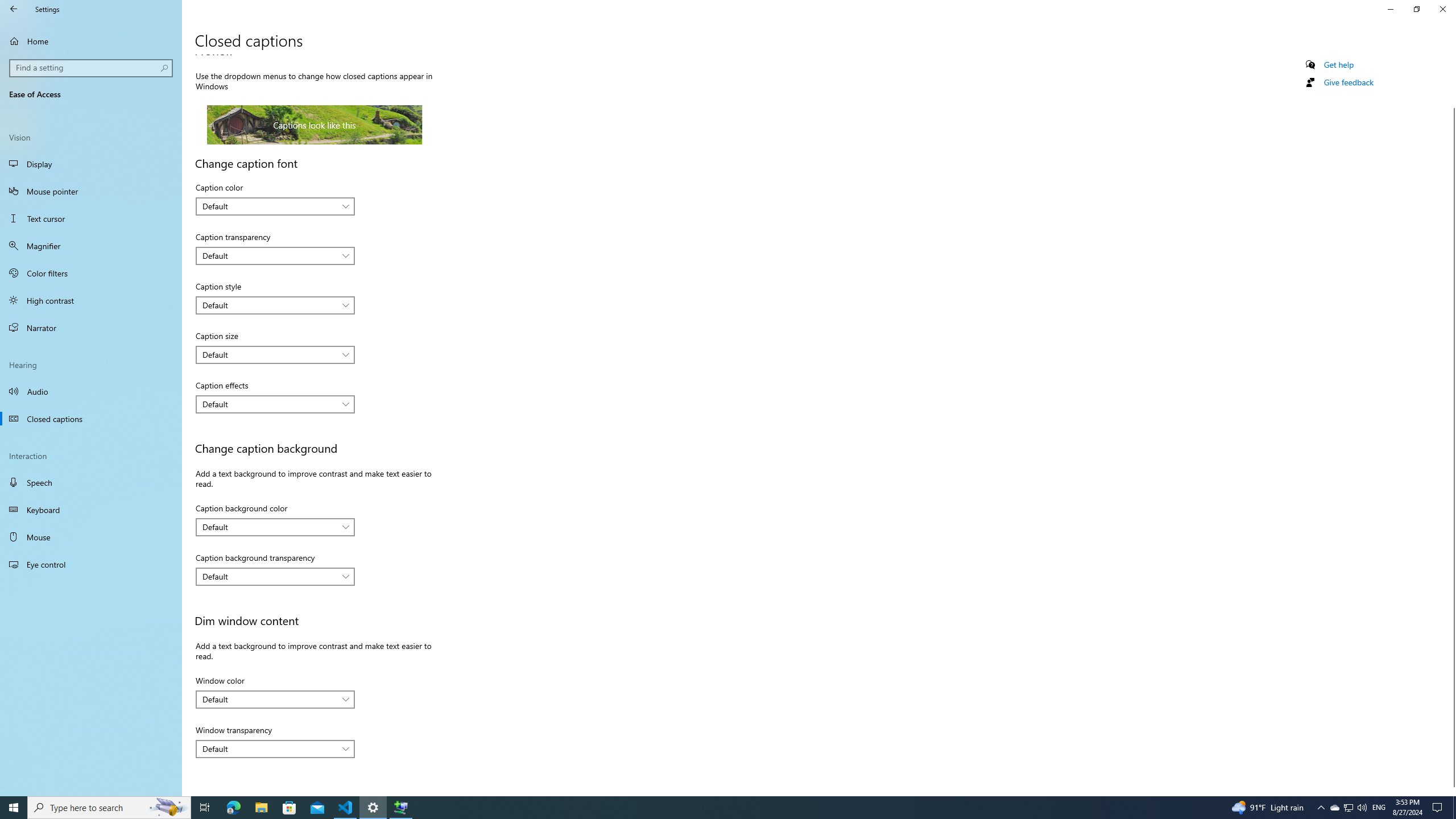 This screenshot has height=819, width=1456. I want to click on 'Text cursor', so click(90, 217).